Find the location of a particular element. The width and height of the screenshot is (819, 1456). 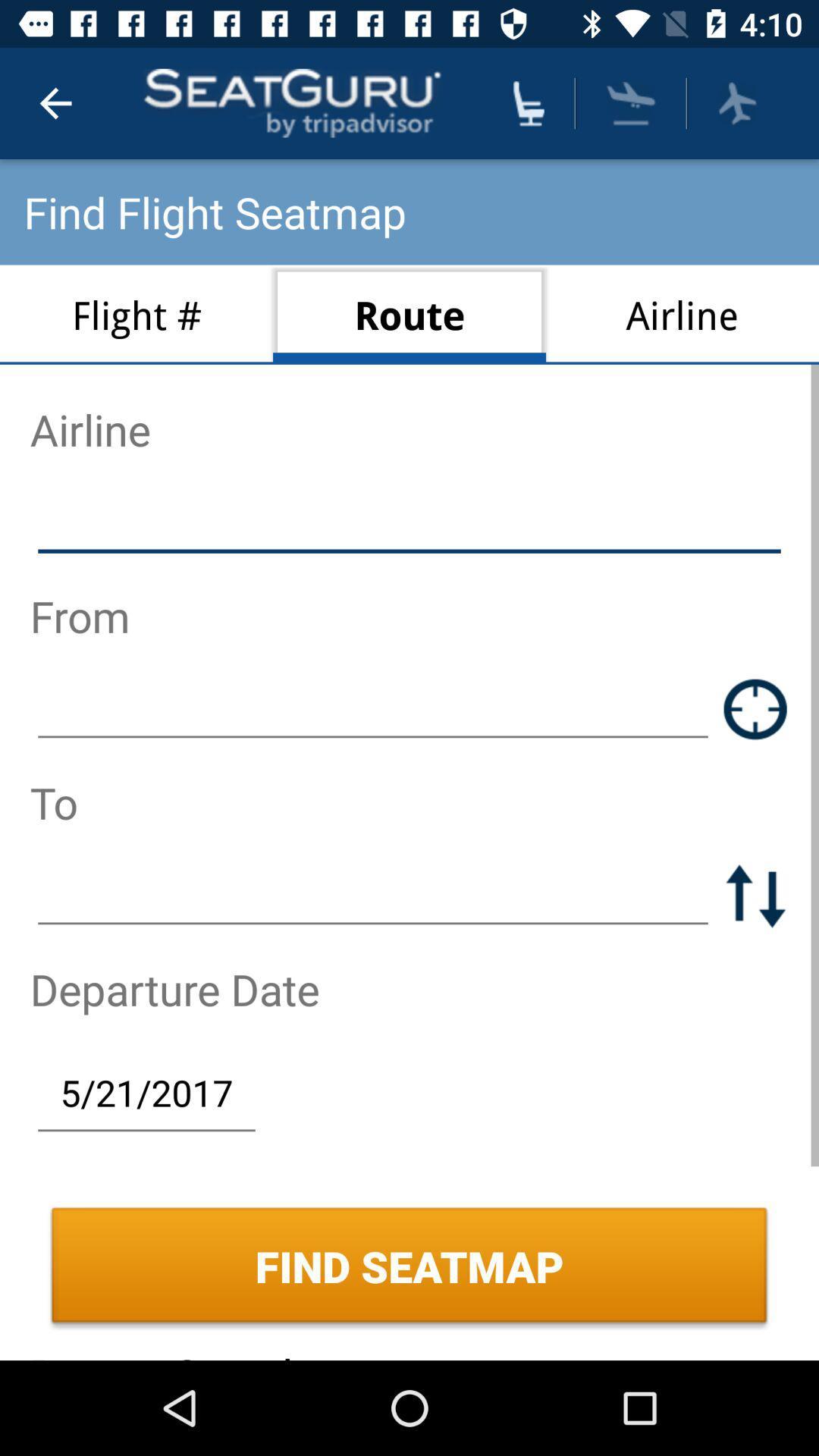

destiny blank bar is located at coordinates (373, 896).